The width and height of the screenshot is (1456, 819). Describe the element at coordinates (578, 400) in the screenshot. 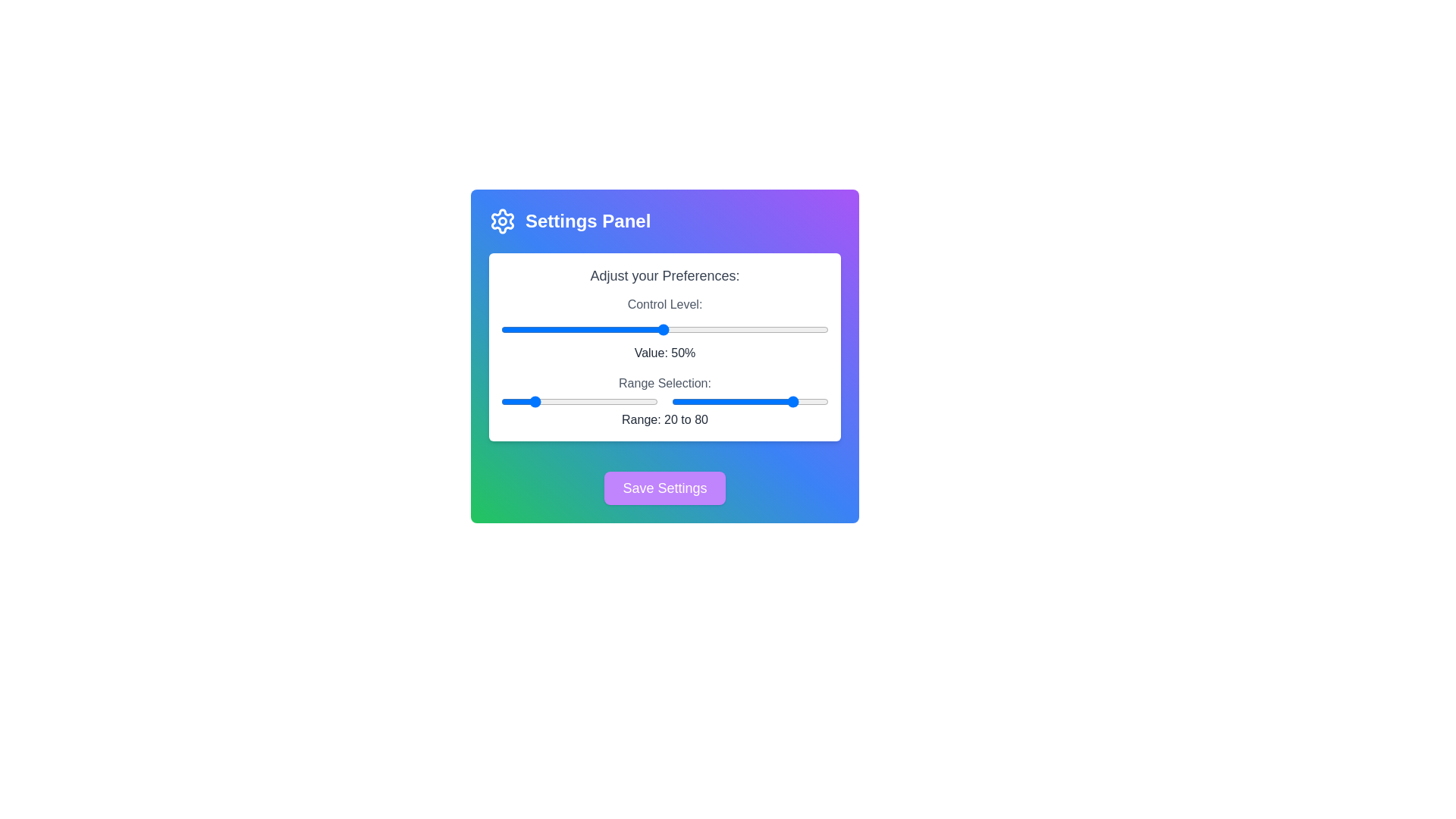

I see `the slider` at that location.